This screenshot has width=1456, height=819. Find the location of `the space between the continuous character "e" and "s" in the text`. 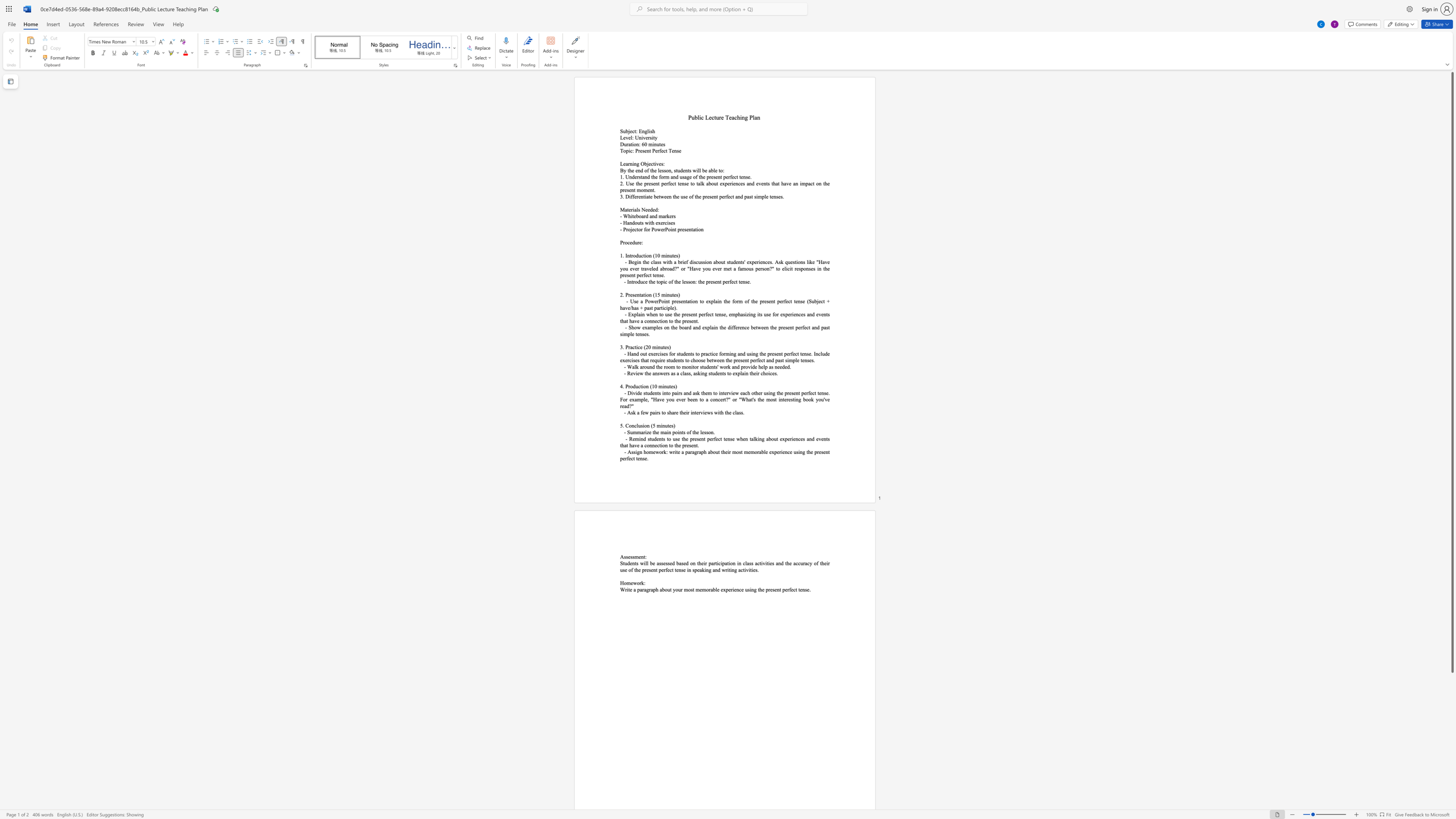

the space between the continuous character "e" and "s" in the text is located at coordinates (672, 223).